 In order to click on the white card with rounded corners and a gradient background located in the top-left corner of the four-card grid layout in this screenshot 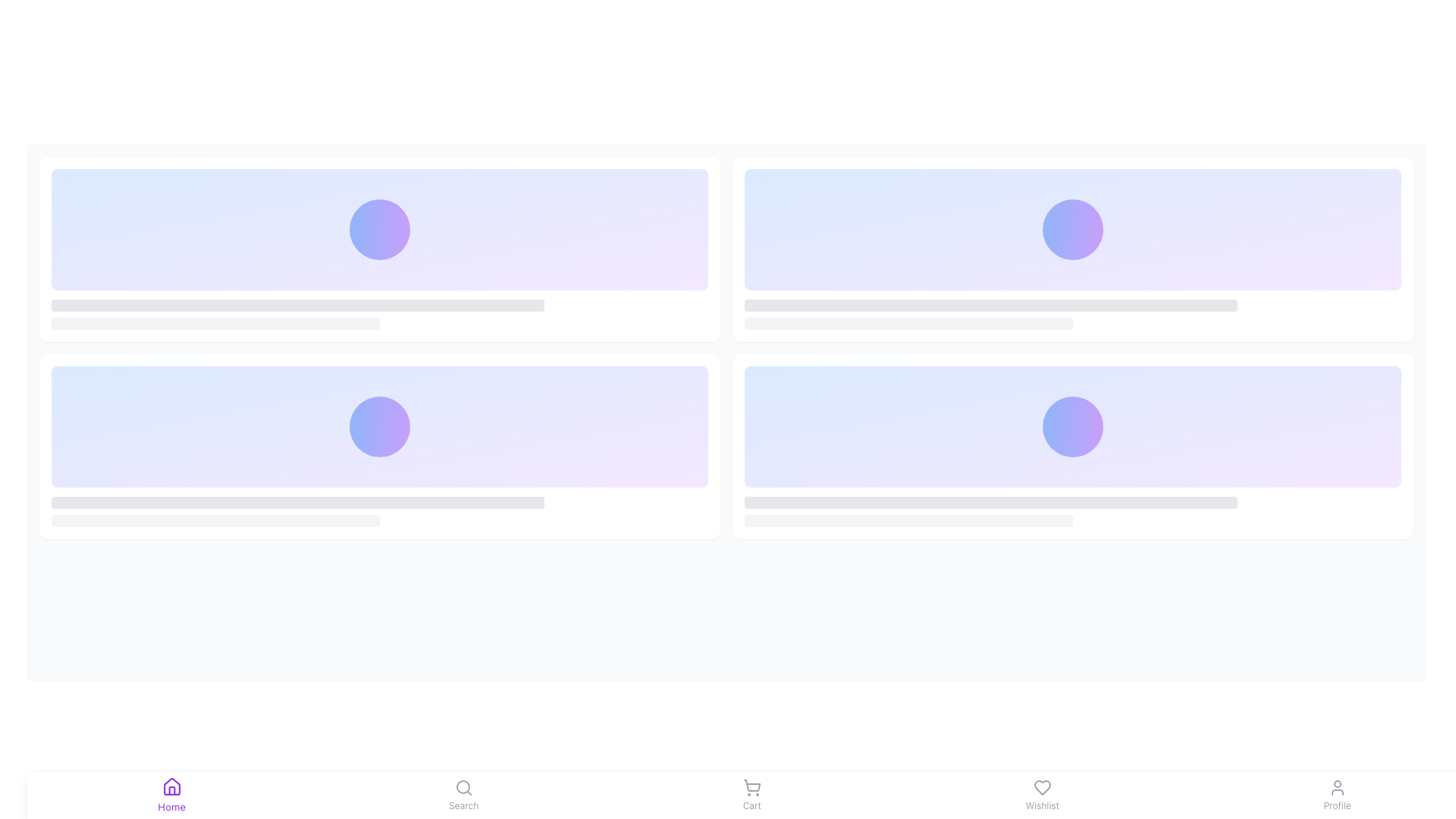, I will do `click(379, 248)`.